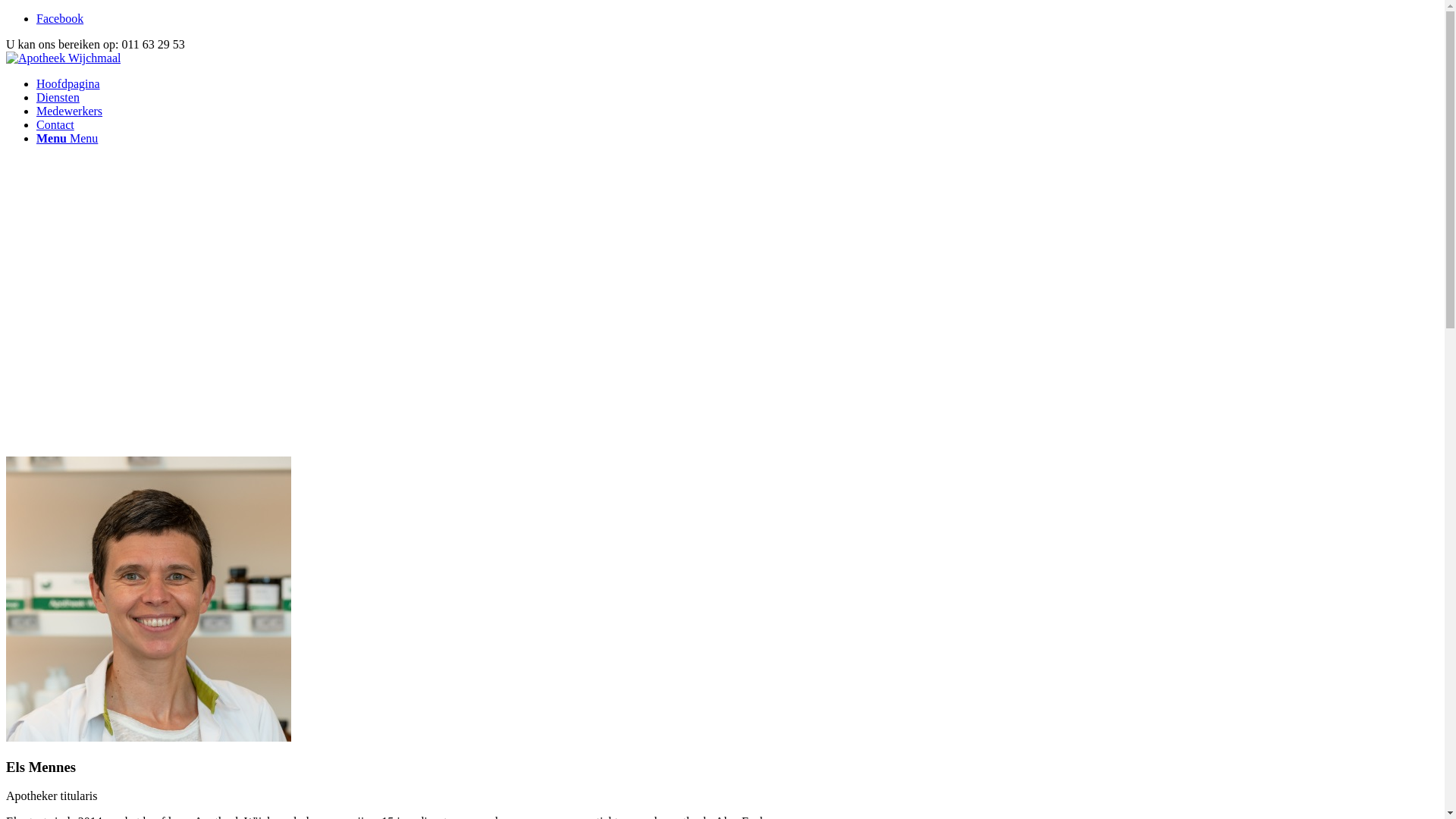 Image resolution: width=1456 pixels, height=819 pixels. What do you see at coordinates (59, 18) in the screenshot?
I see `'Facebook'` at bounding box center [59, 18].